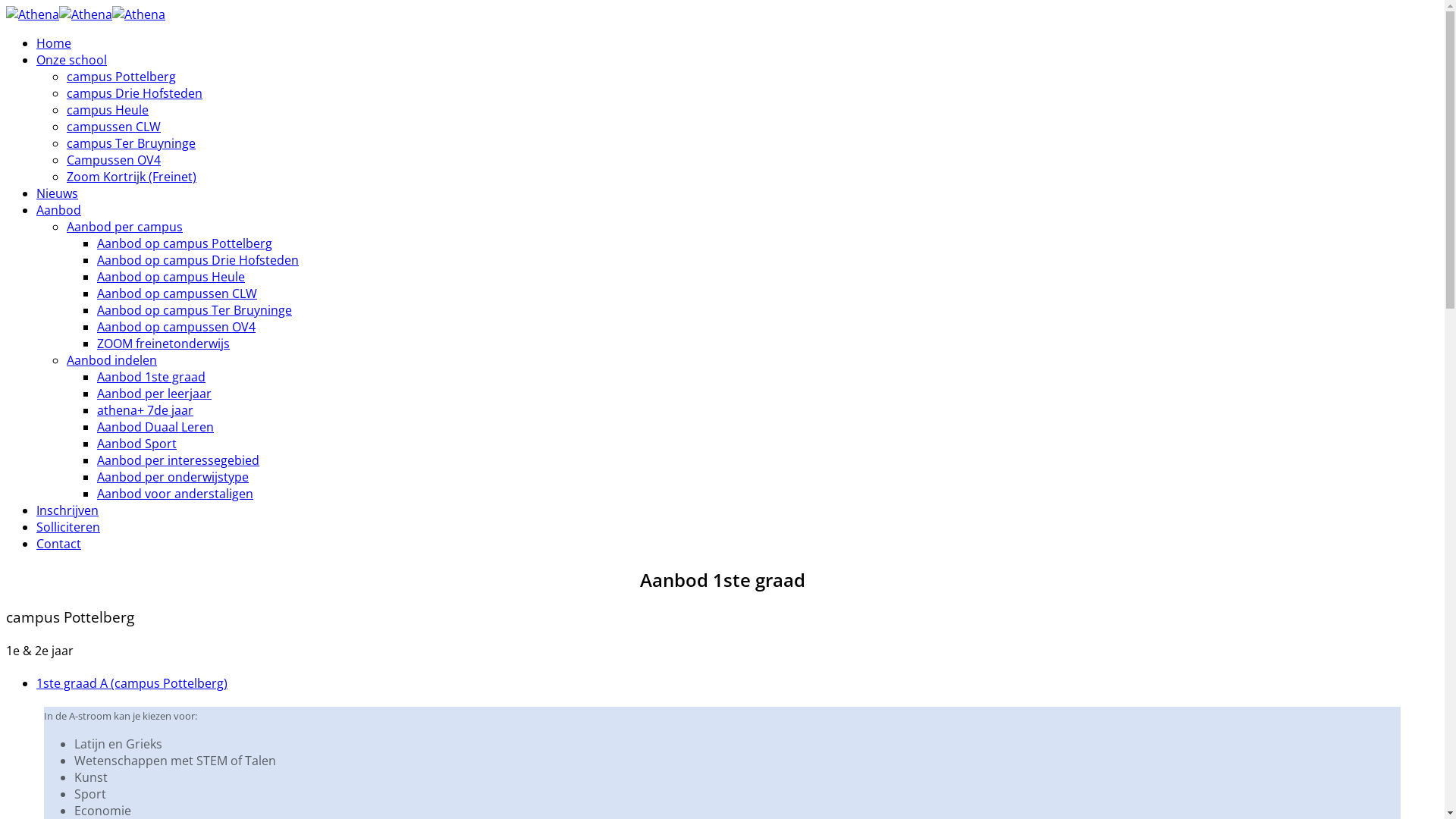  What do you see at coordinates (151, 376) in the screenshot?
I see `'Aanbod 1ste graad'` at bounding box center [151, 376].